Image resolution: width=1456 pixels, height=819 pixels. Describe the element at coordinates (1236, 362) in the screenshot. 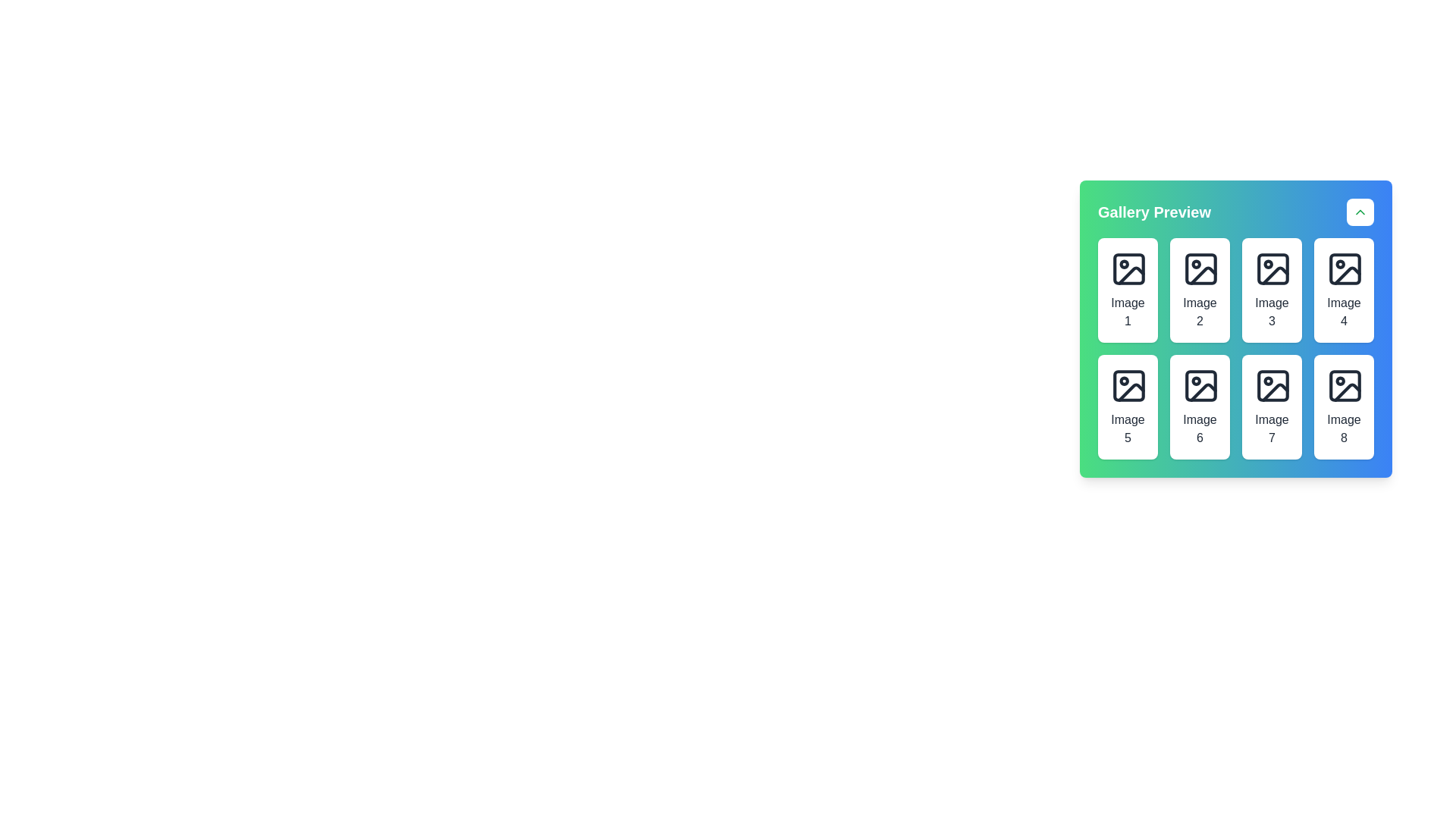

I see `inside the 'Gallery Preview' pop-up panel to interact with its subcomponents, including the image placeholders labeled 'Image 1' to 'Image 8'` at that location.